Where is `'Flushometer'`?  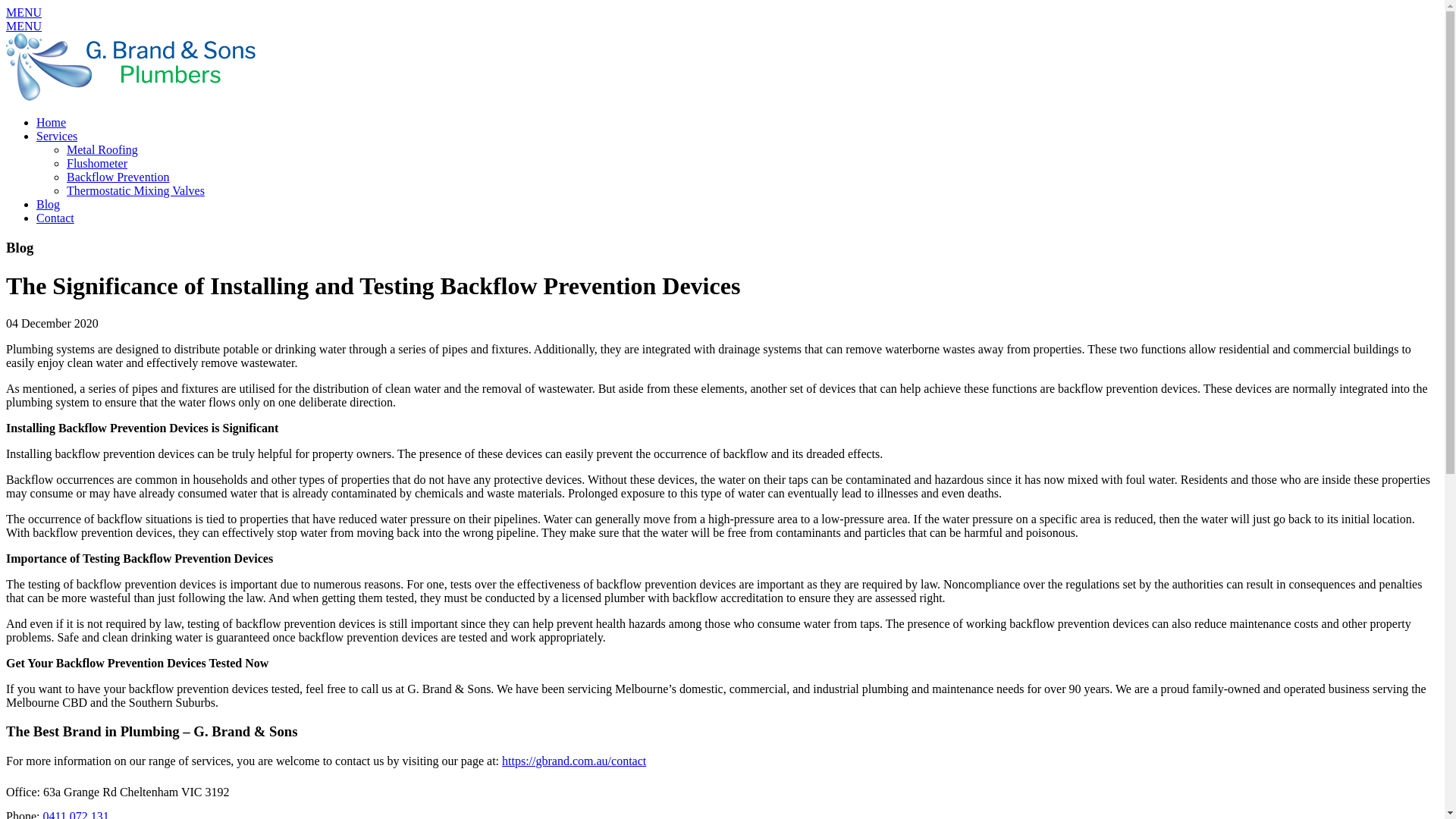
'Flushometer' is located at coordinates (96, 163).